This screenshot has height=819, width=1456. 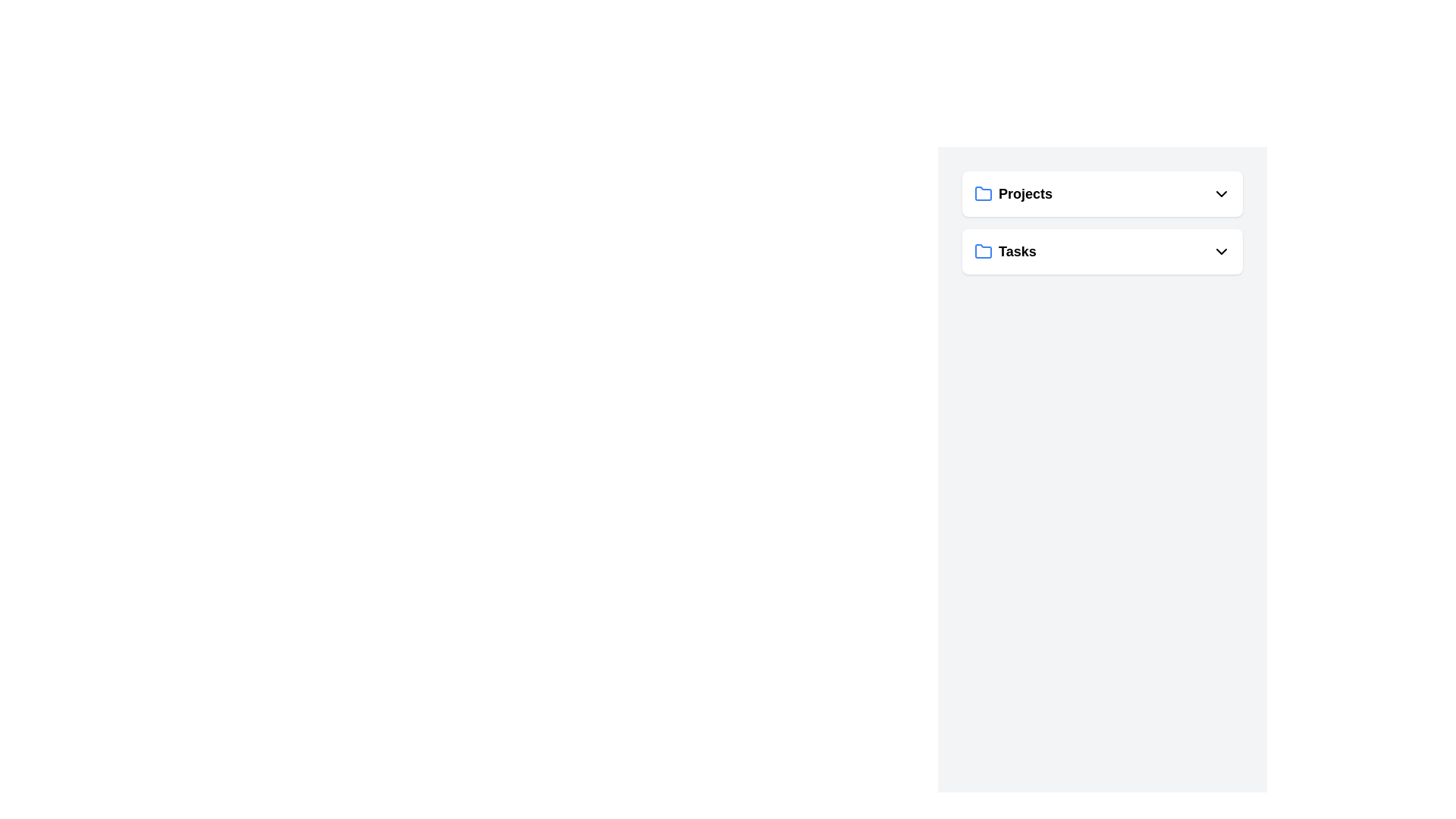 What do you see at coordinates (1222, 193) in the screenshot?
I see `the downward-pointing chevron icon located to the right of the 'Projects' label` at bounding box center [1222, 193].